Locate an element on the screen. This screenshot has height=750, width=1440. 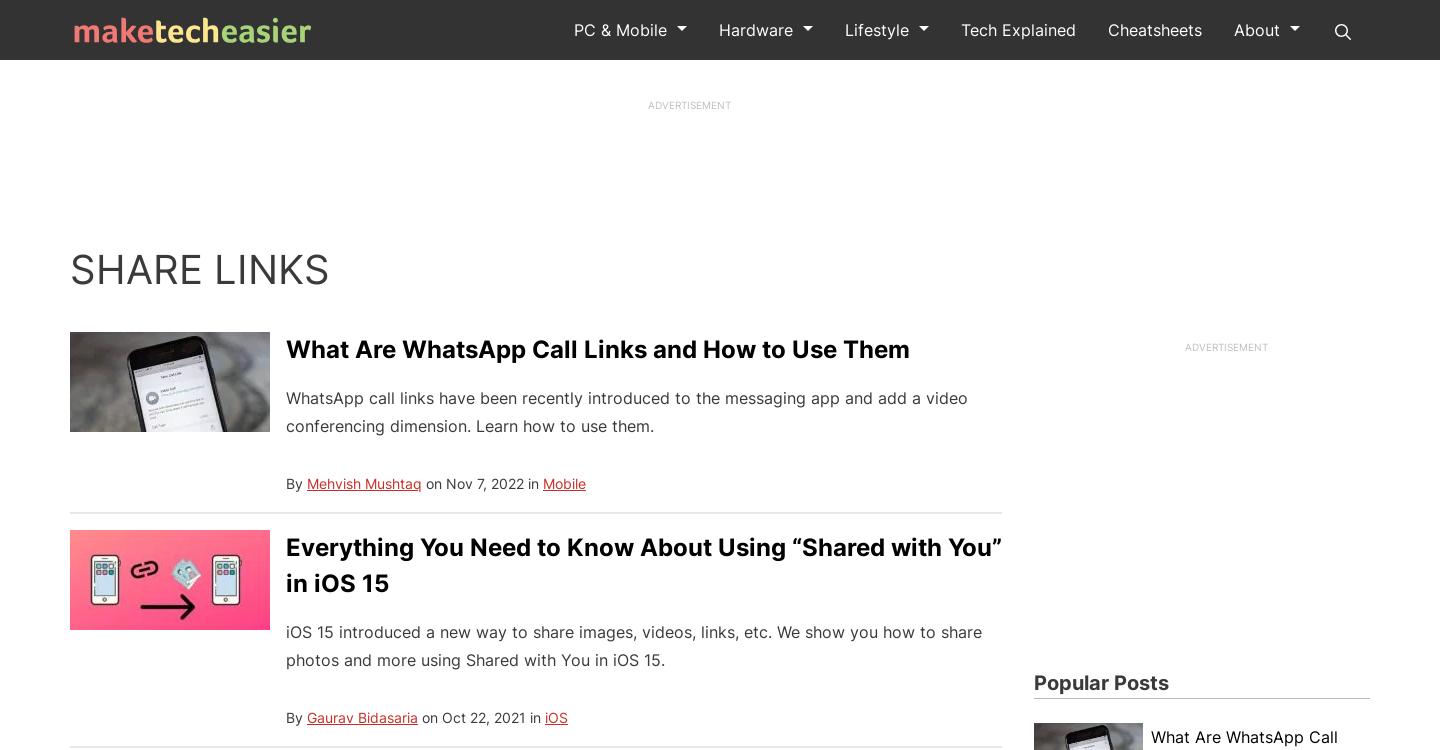
'WhatsApp call links have been recently introduced to the messaging app and add a video conferencing dimension. Learn how to use them.' is located at coordinates (625, 411).